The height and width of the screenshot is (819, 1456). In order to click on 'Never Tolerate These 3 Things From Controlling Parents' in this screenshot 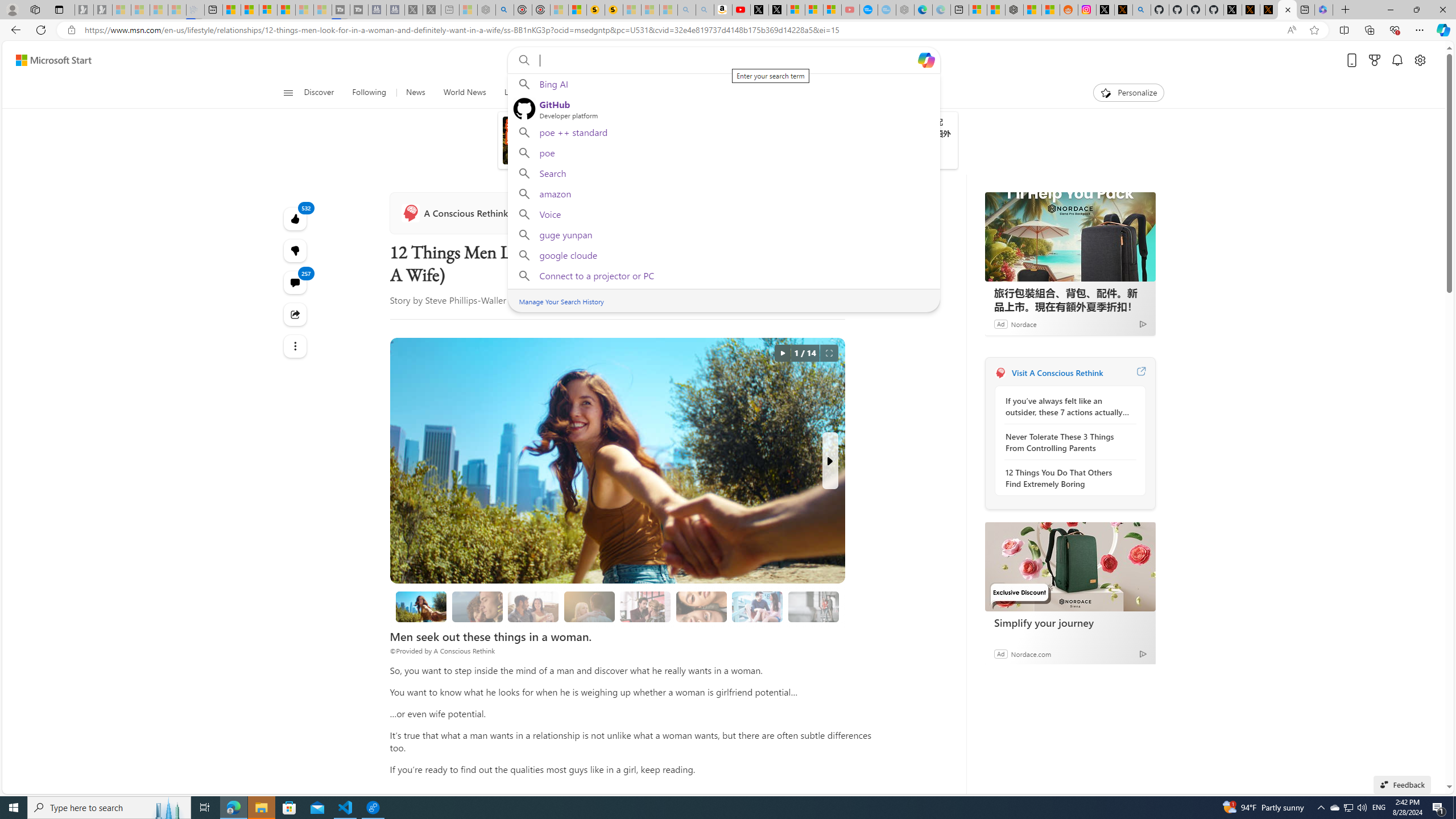, I will do `click(1066, 442)`.